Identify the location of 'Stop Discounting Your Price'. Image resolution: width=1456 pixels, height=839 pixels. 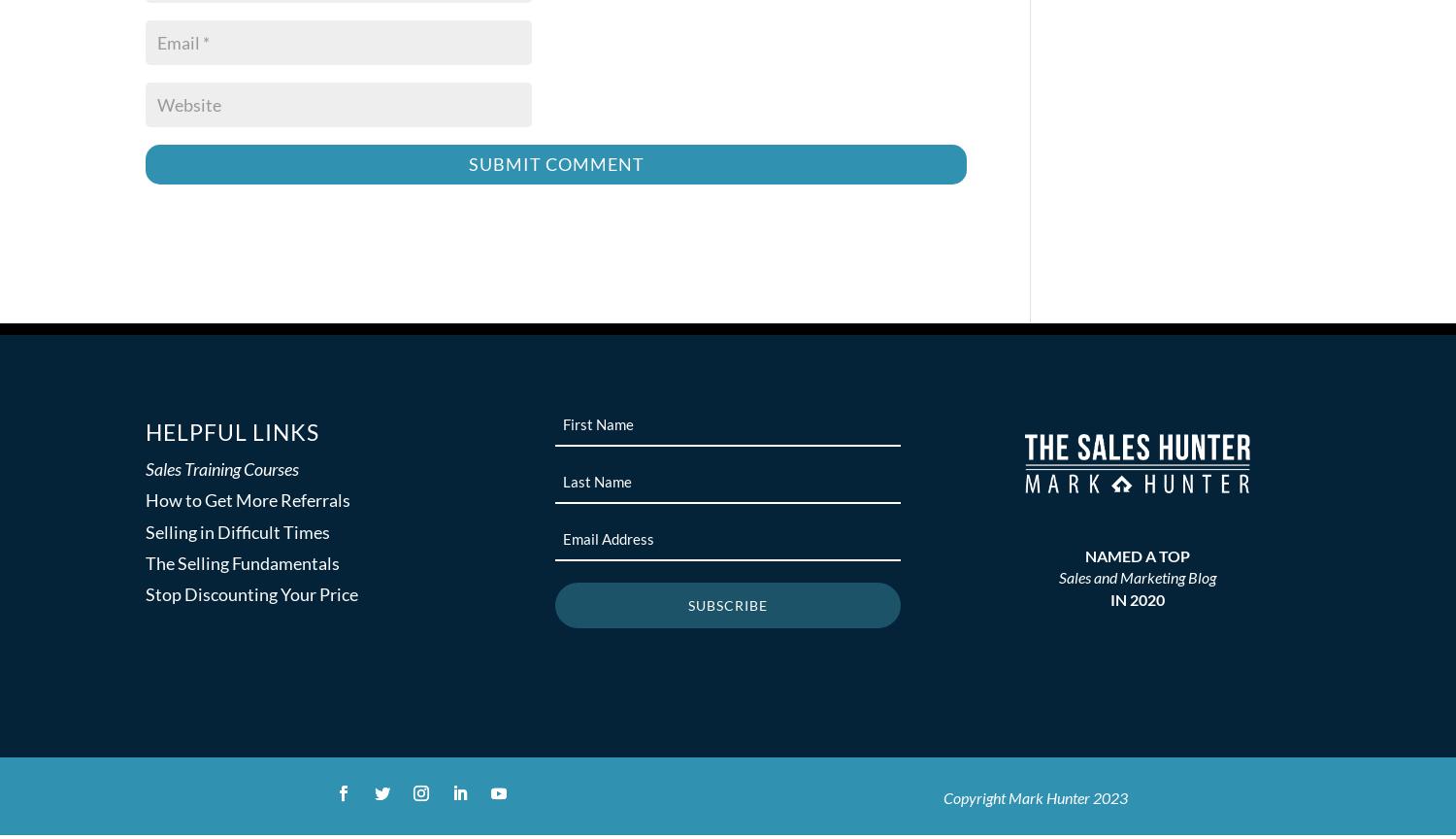
(251, 592).